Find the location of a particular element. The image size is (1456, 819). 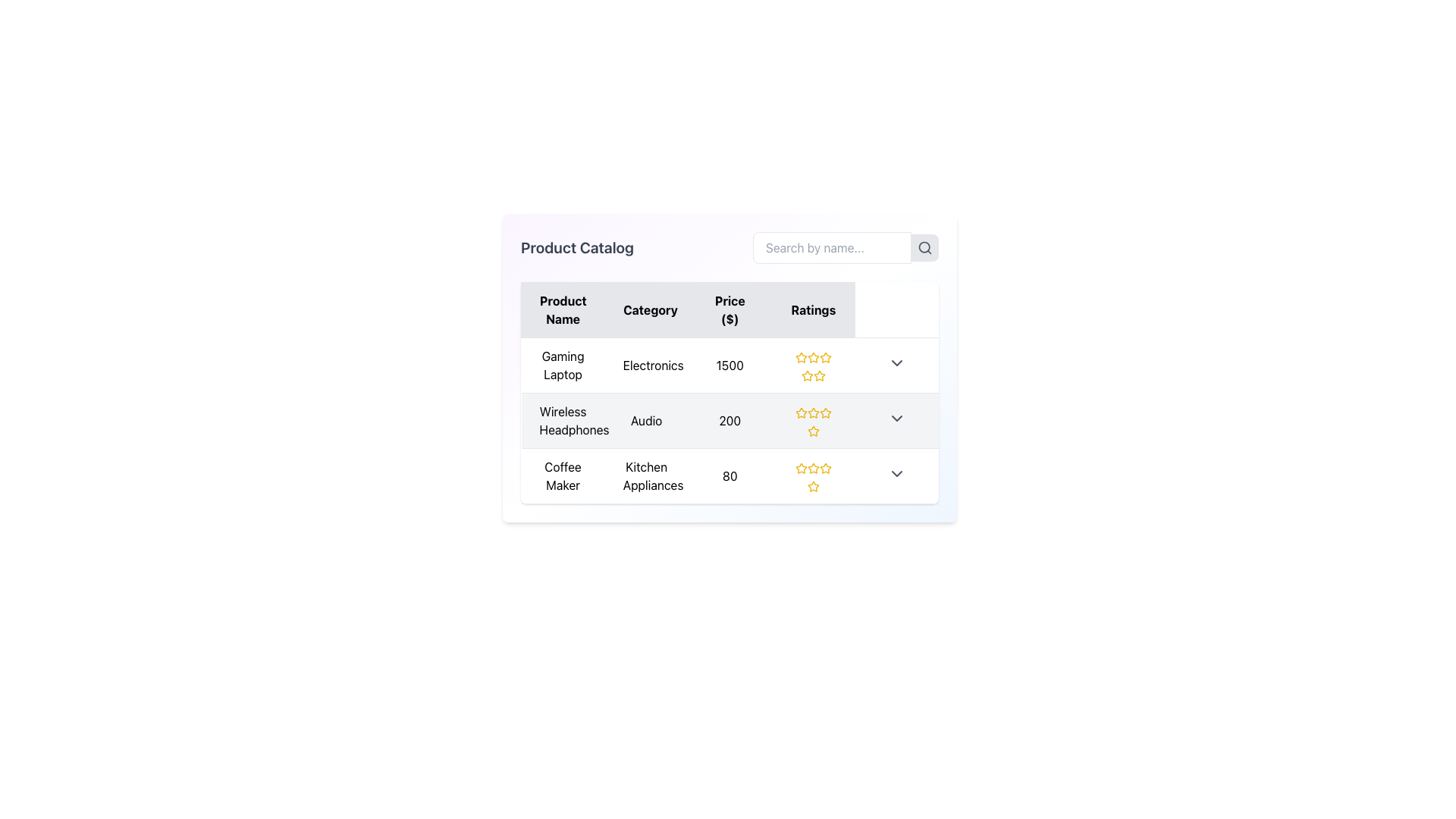

the third yellow star icon in the Ratings column of the third row for the Coffee Maker product is located at coordinates (812, 467).